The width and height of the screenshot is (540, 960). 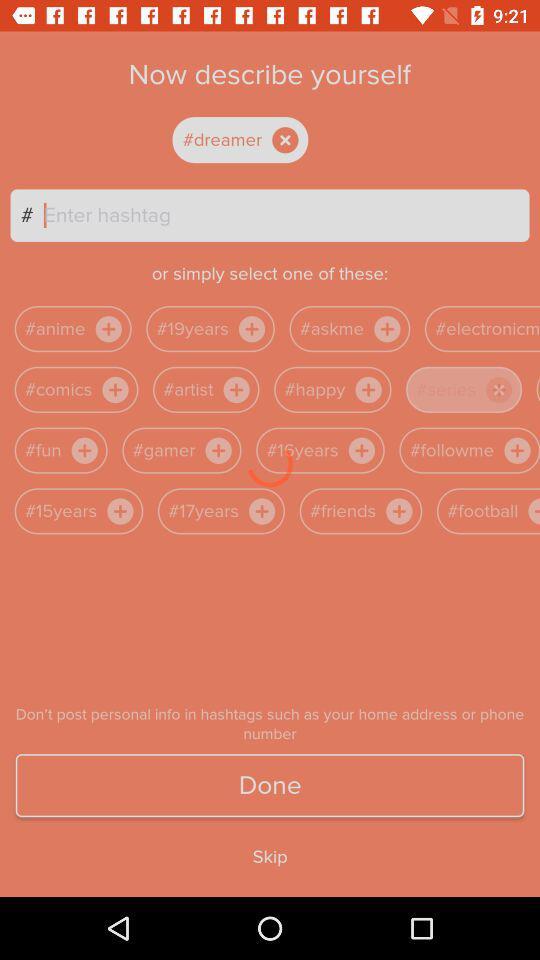 I want to click on the icon above or simply select item, so click(x=285, y=215).